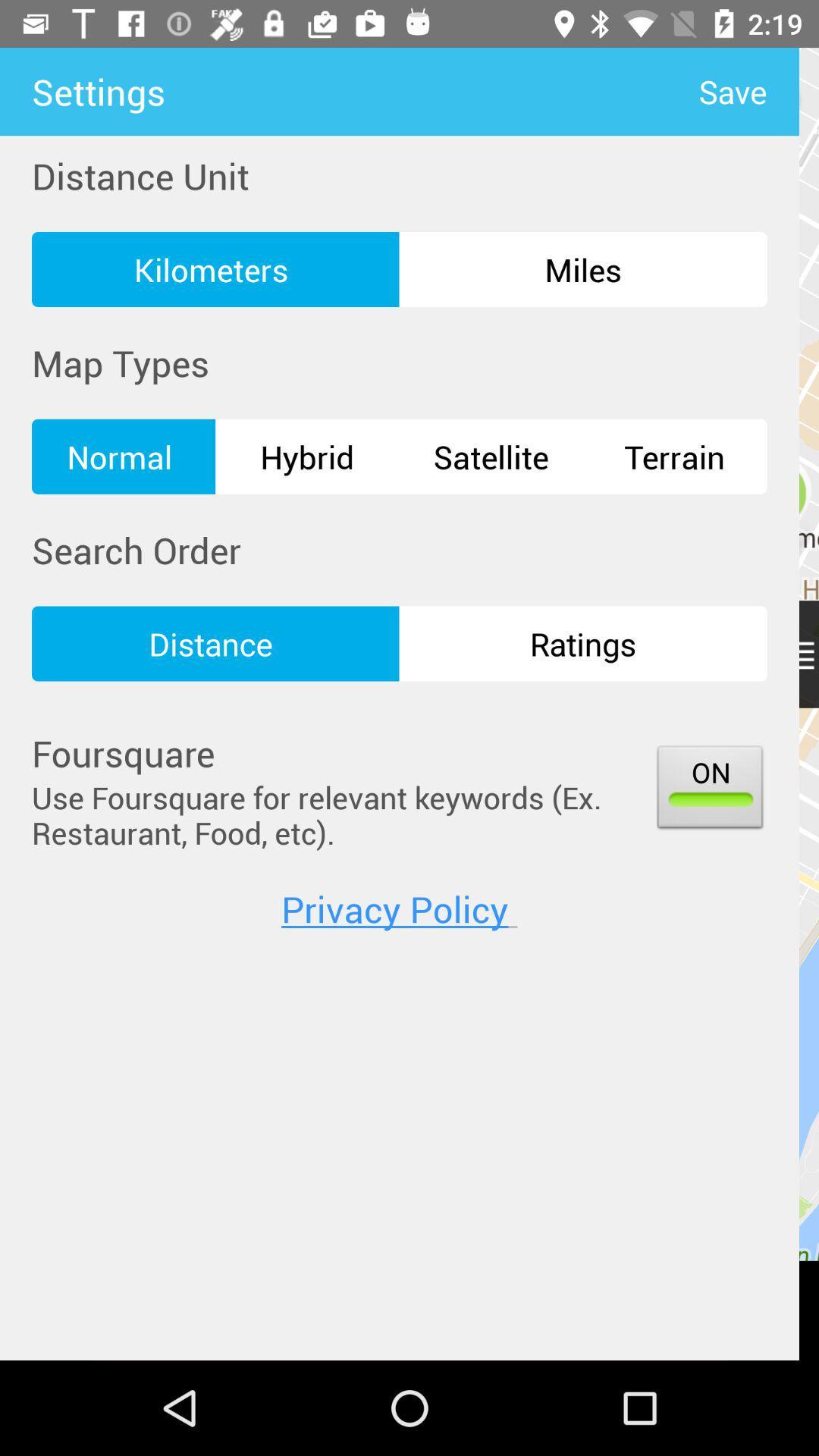 This screenshot has height=1456, width=819. I want to click on the save, so click(748, 90).